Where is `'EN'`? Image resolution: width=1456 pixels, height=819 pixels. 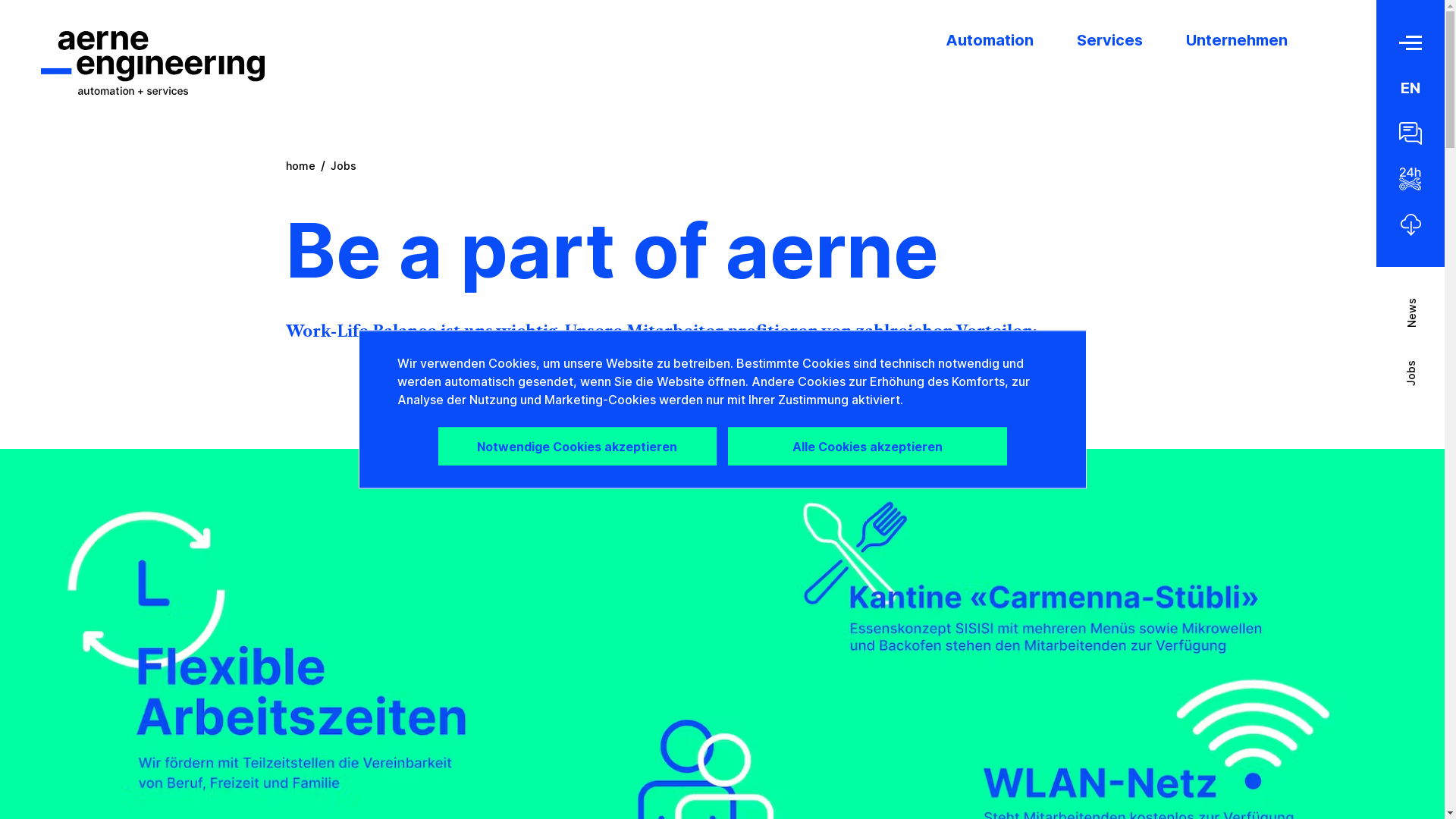
'EN' is located at coordinates (1400, 87).